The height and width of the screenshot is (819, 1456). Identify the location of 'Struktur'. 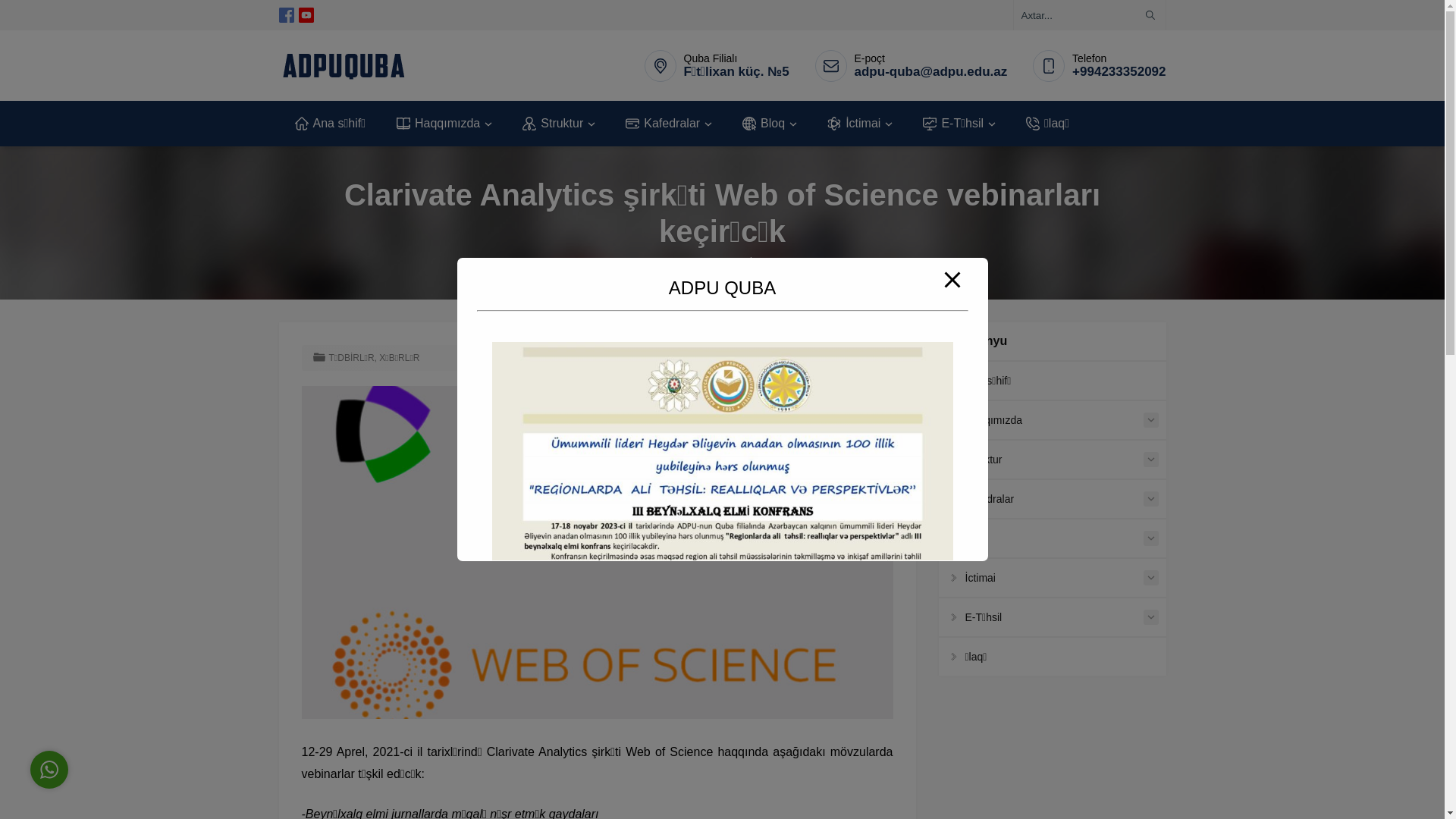
(1051, 458).